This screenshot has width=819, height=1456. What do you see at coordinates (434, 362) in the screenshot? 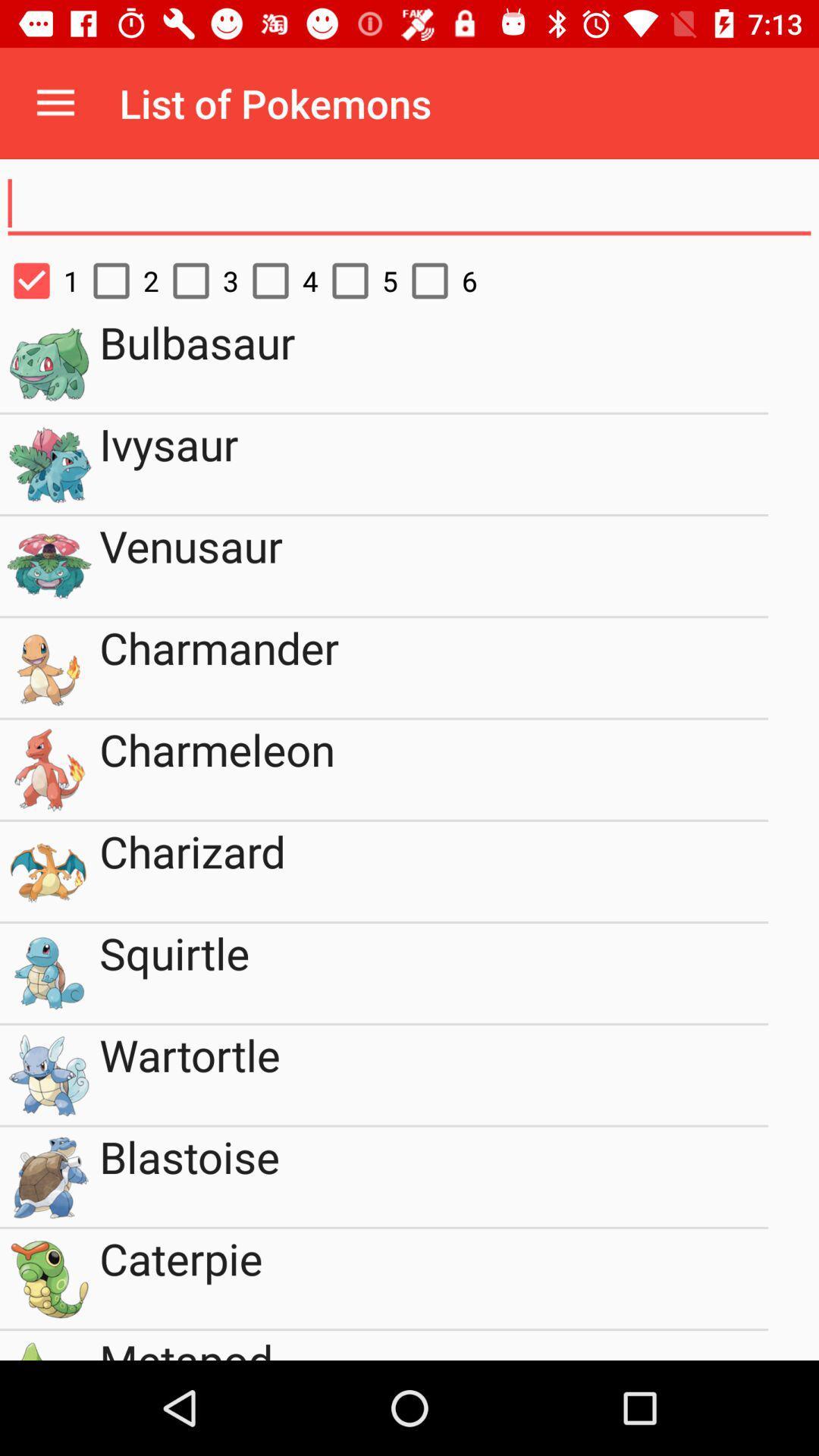
I see `the icon below 2` at bounding box center [434, 362].